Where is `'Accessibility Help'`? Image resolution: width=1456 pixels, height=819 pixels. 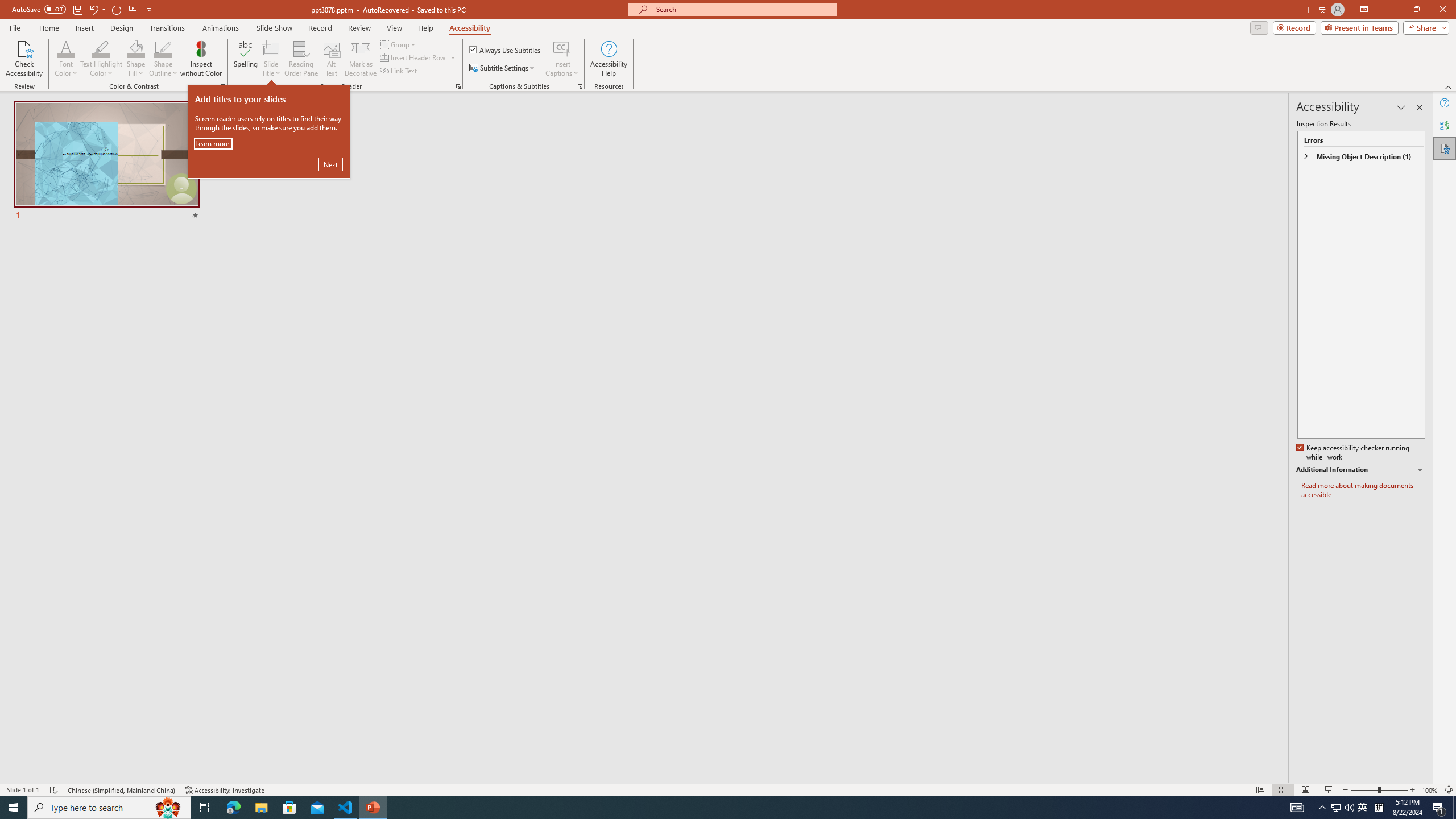 'Accessibility Help' is located at coordinates (609, 59).